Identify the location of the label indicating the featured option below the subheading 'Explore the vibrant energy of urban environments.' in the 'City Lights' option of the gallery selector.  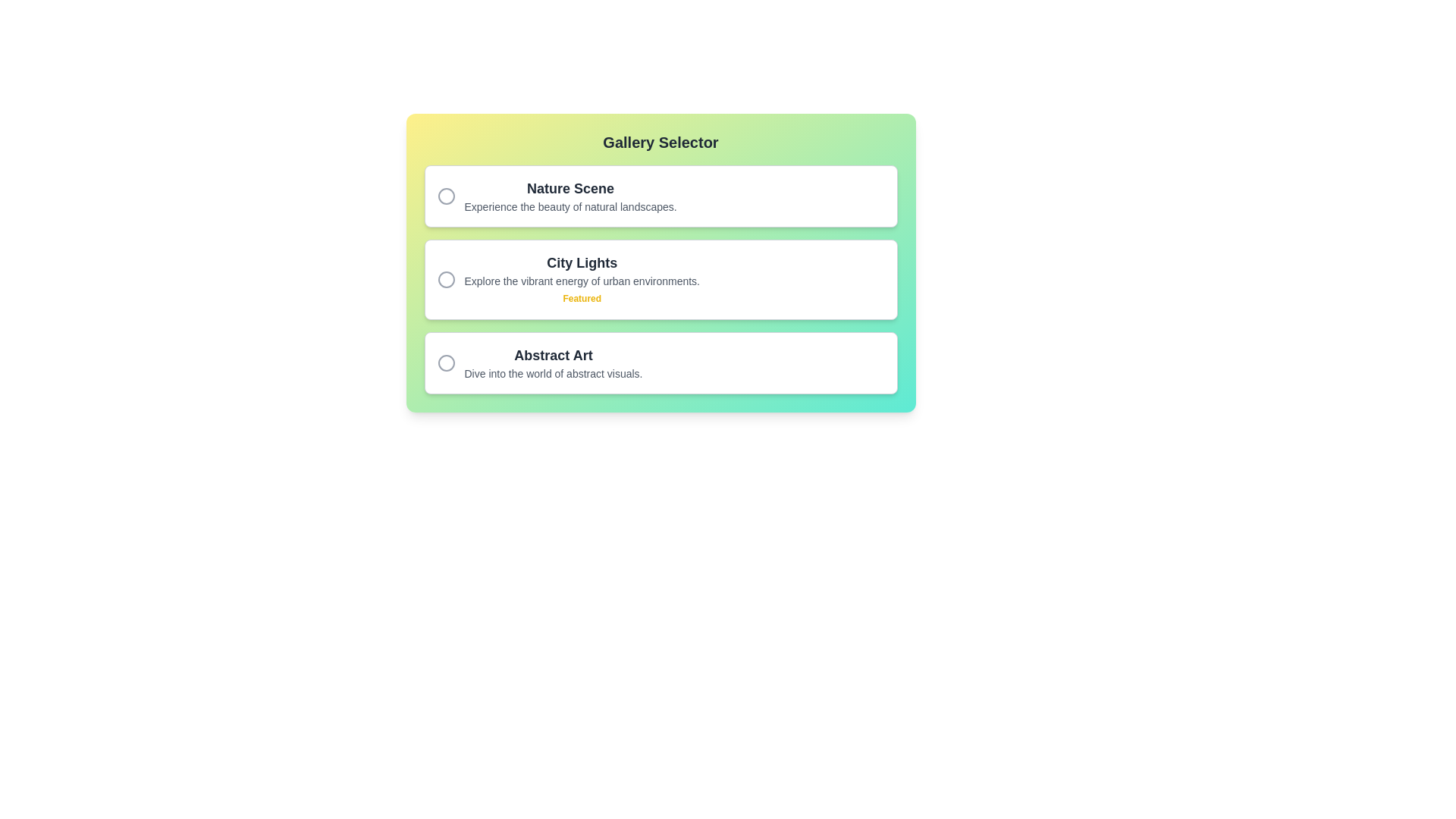
(581, 298).